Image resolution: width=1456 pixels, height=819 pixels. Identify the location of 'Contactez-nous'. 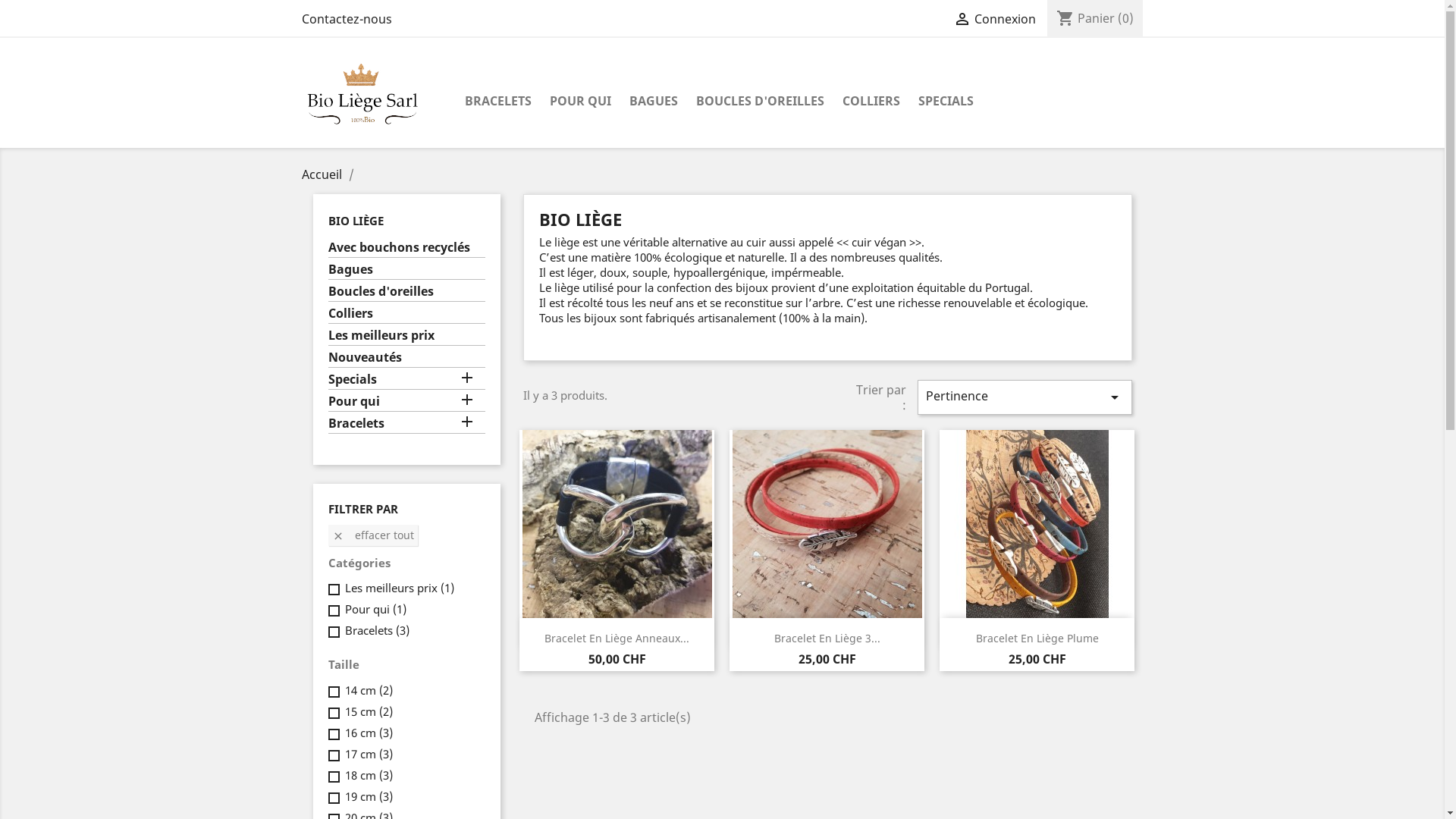
(346, 18).